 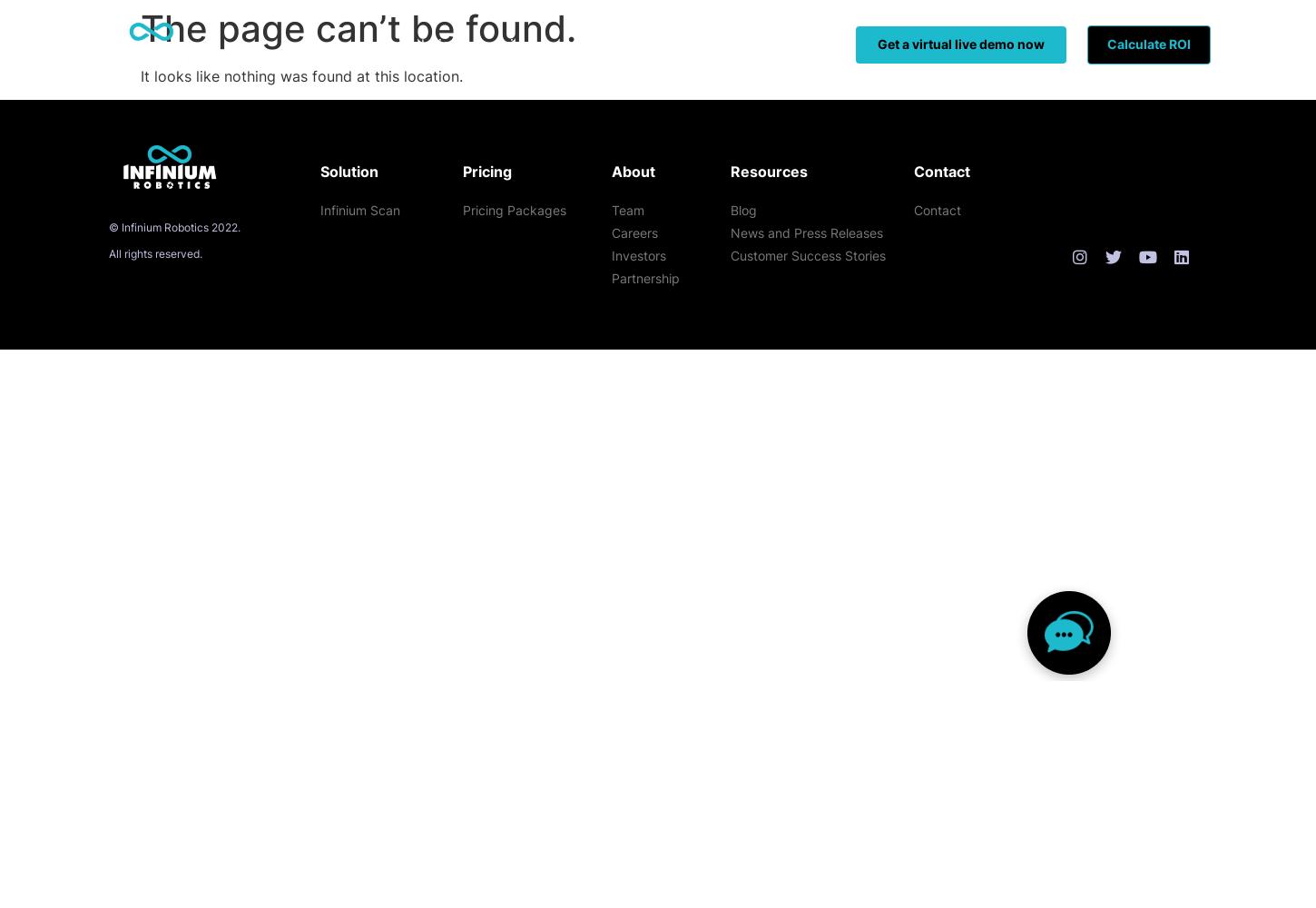 What do you see at coordinates (610, 277) in the screenshot?
I see `'Partnership'` at bounding box center [610, 277].